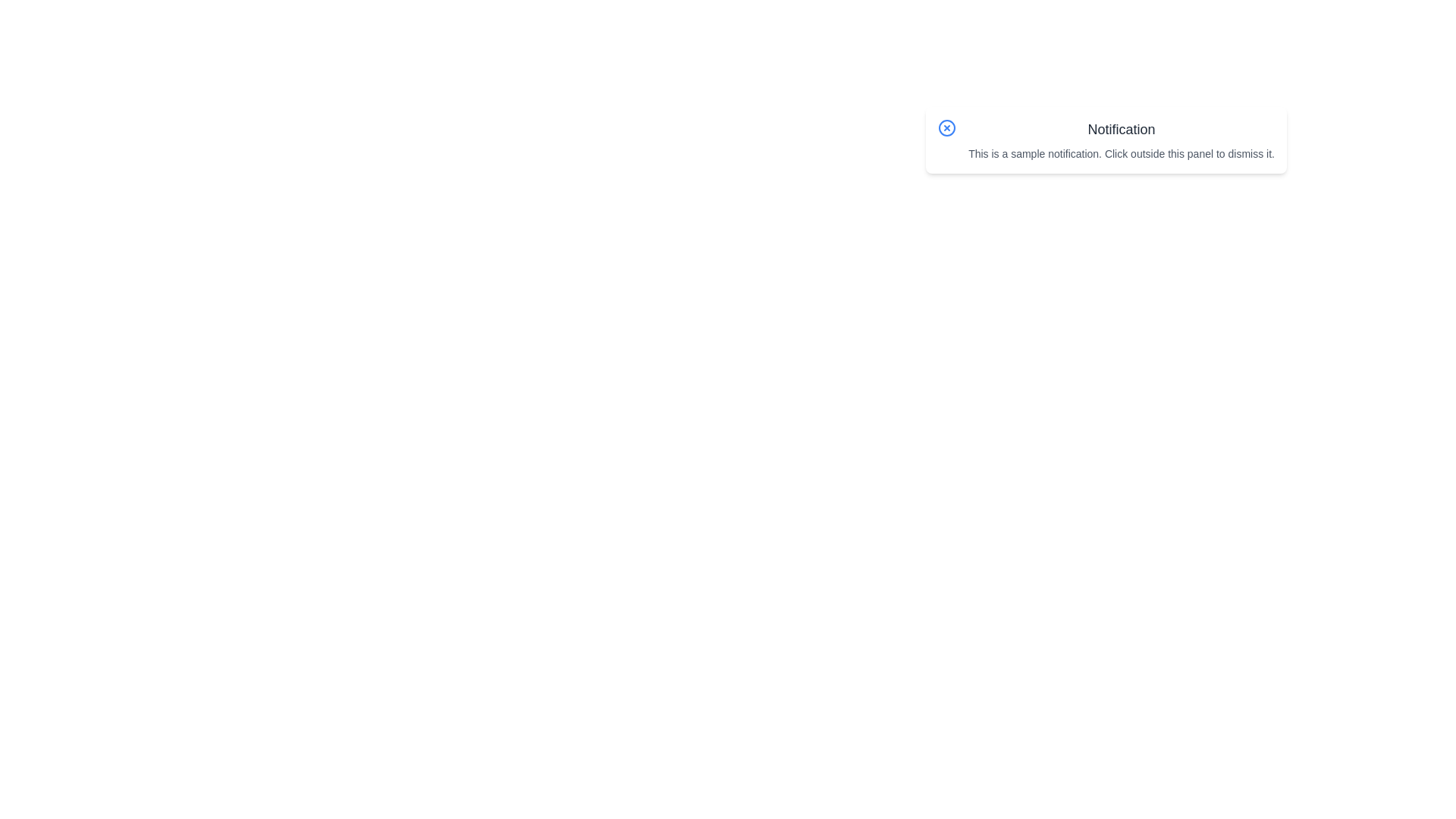  Describe the element at coordinates (946, 127) in the screenshot. I see `the circular button-icon with a blue border and 'X' symbol located on the left side of the notification panel near the title 'Notification'` at that location.